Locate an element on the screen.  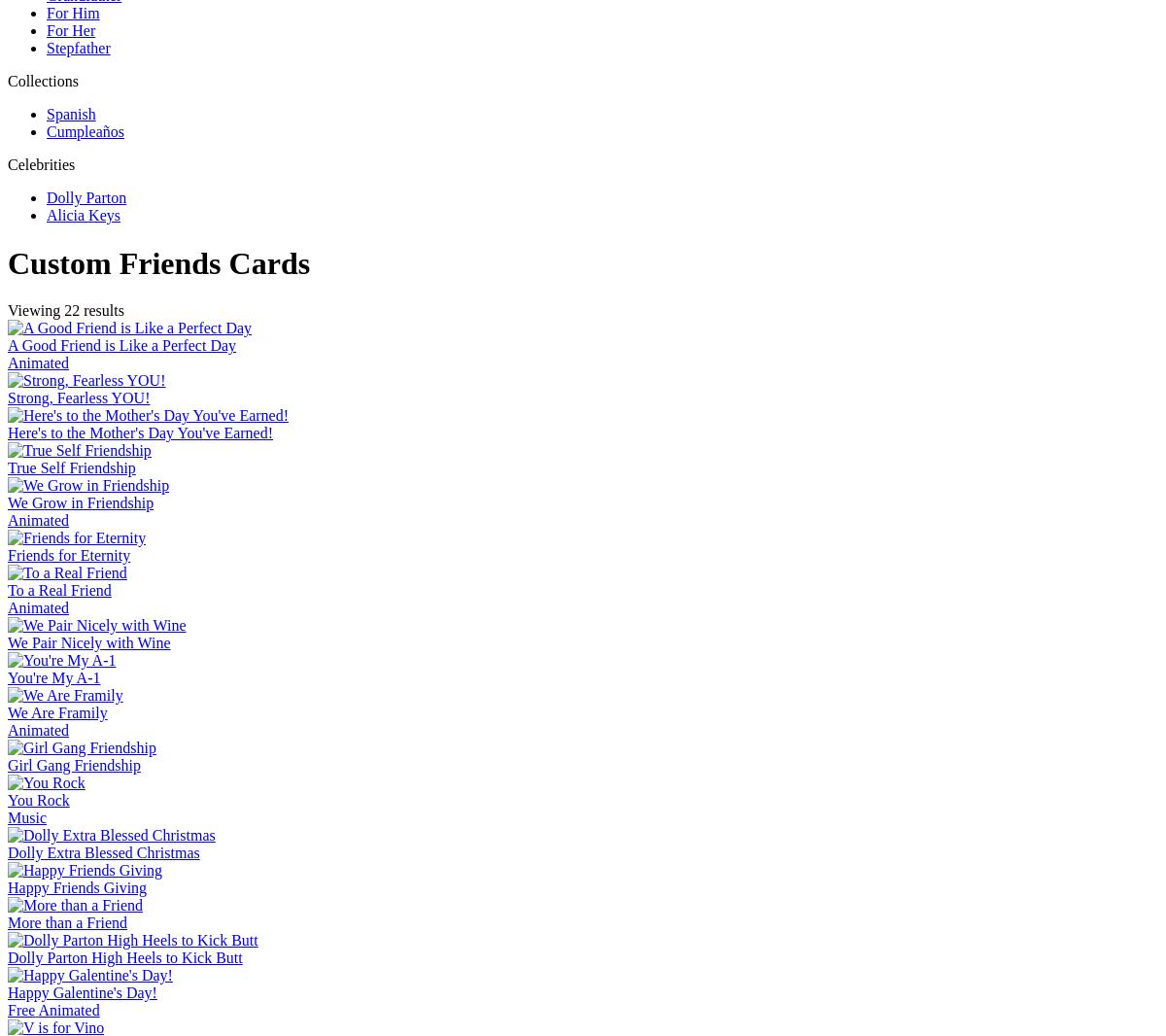
'For Her' is located at coordinates (70, 29).